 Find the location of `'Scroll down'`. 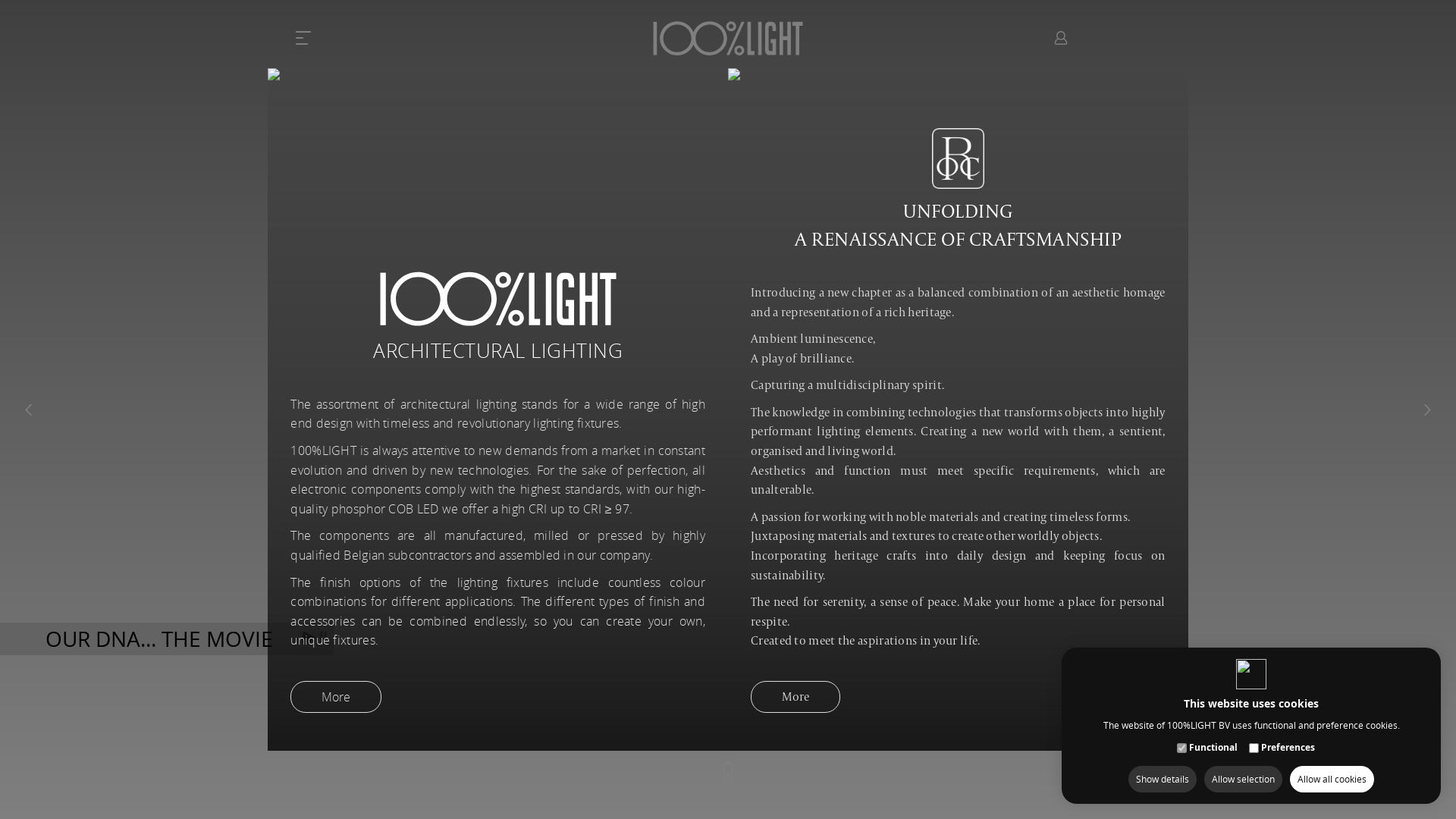

'Scroll down' is located at coordinates (728, 769).